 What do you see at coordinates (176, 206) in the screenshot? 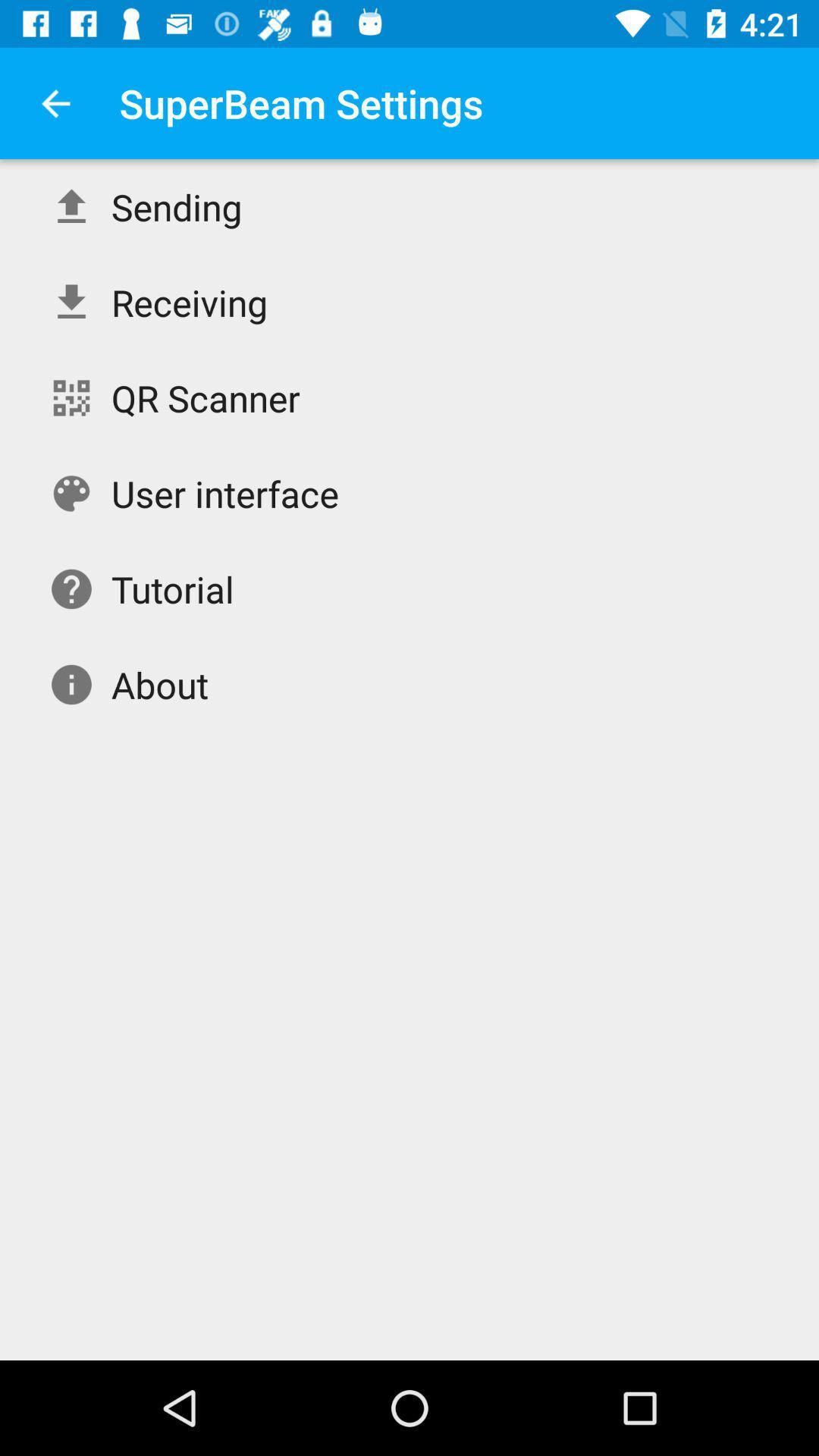
I see `the sending` at bounding box center [176, 206].